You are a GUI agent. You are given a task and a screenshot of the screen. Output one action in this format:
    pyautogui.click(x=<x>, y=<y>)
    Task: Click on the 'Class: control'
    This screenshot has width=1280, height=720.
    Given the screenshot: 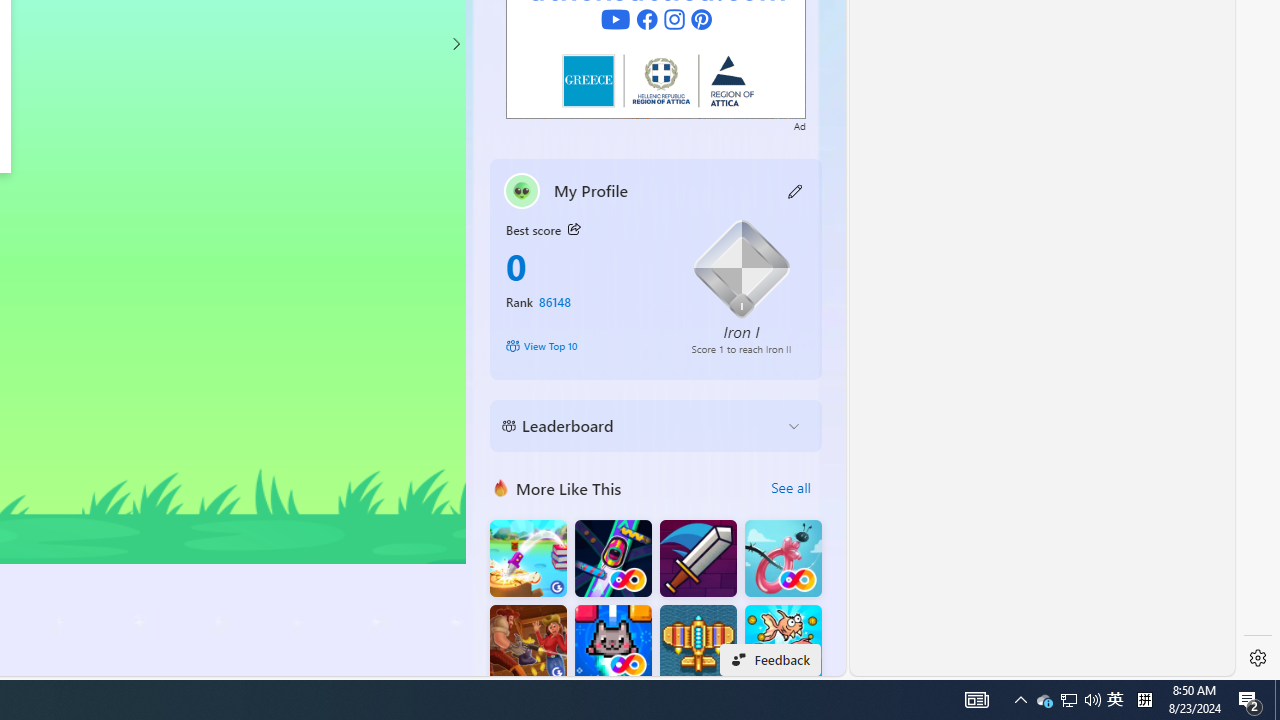 What is the action you would take?
    pyautogui.click(x=454, y=43)
    